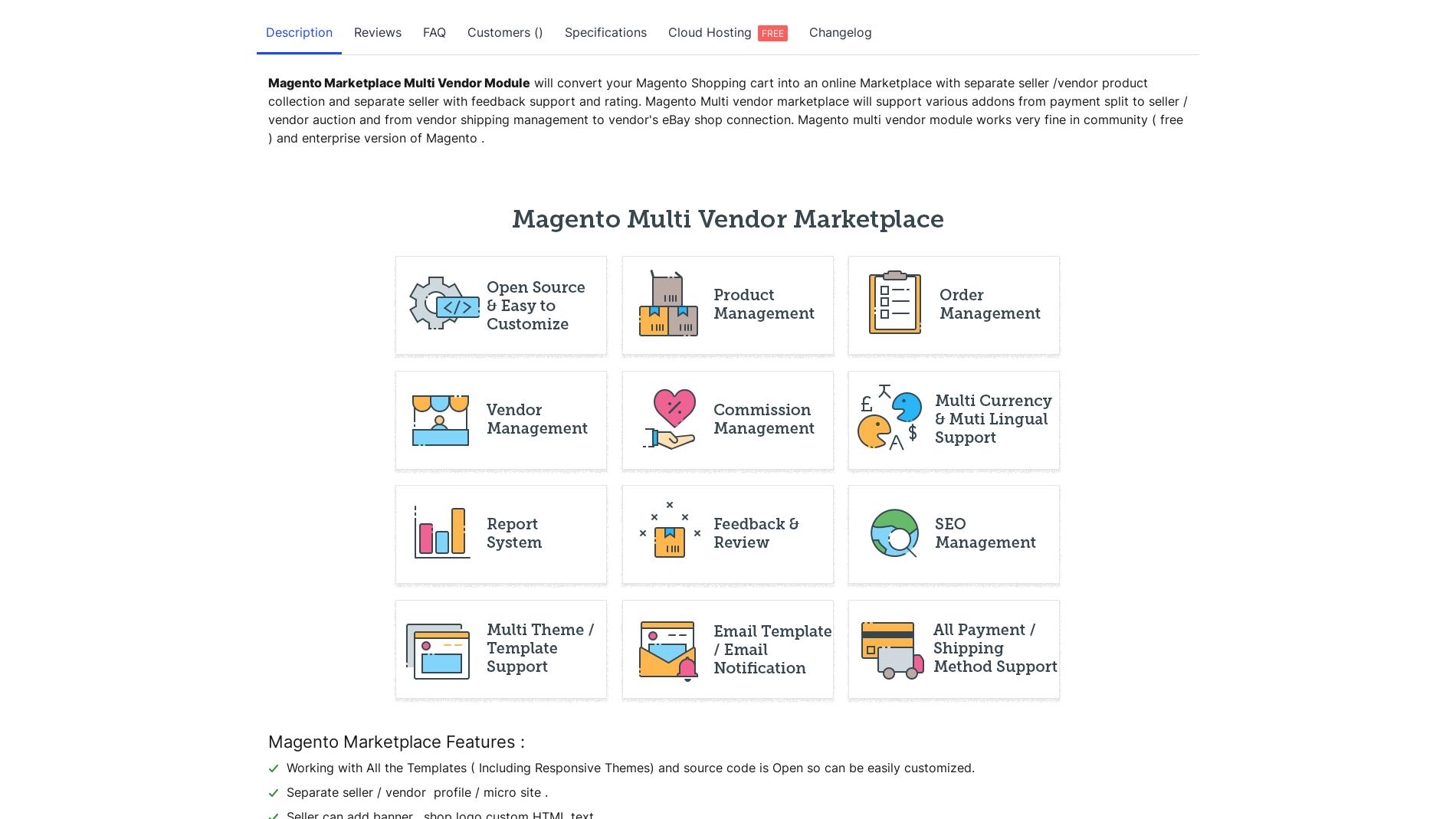  I want to click on 'Customers (', so click(467, 31).